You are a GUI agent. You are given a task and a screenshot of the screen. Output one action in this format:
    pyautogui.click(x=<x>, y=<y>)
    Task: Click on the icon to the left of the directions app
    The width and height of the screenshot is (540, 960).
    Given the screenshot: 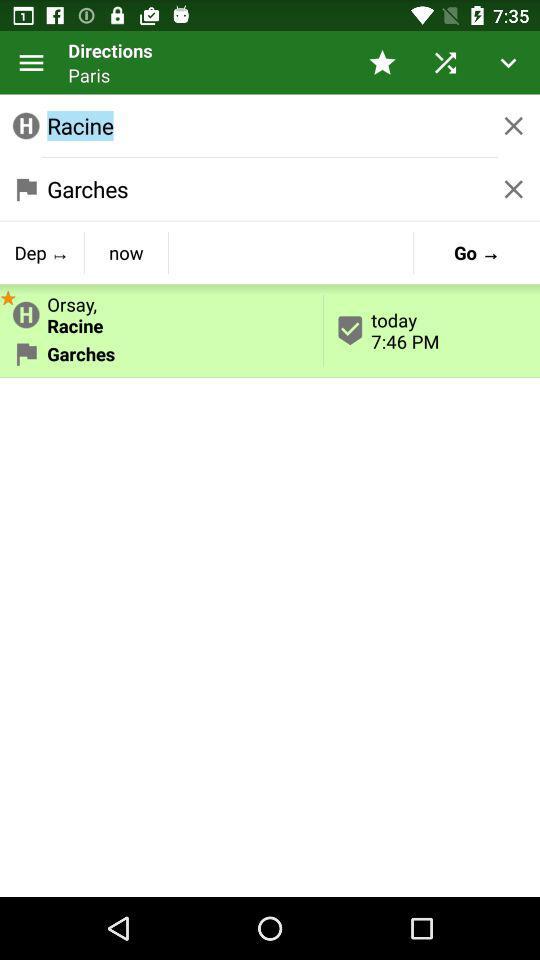 What is the action you would take?
    pyautogui.click(x=30, y=62)
    